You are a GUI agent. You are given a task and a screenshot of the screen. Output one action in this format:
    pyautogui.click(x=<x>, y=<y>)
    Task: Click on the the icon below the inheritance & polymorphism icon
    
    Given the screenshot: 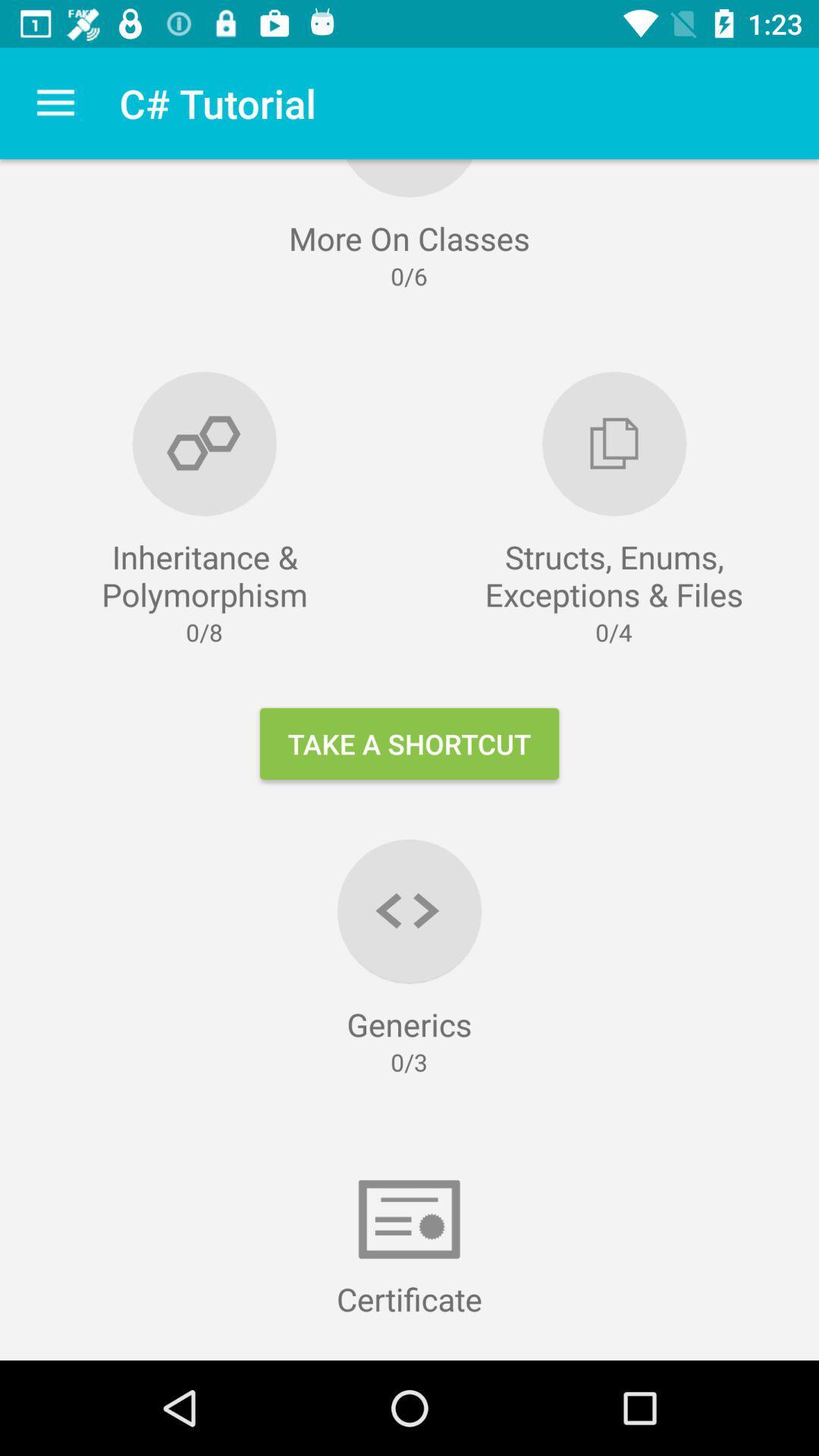 What is the action you would take?
    pyautogui.click(x=409, y=743)
    